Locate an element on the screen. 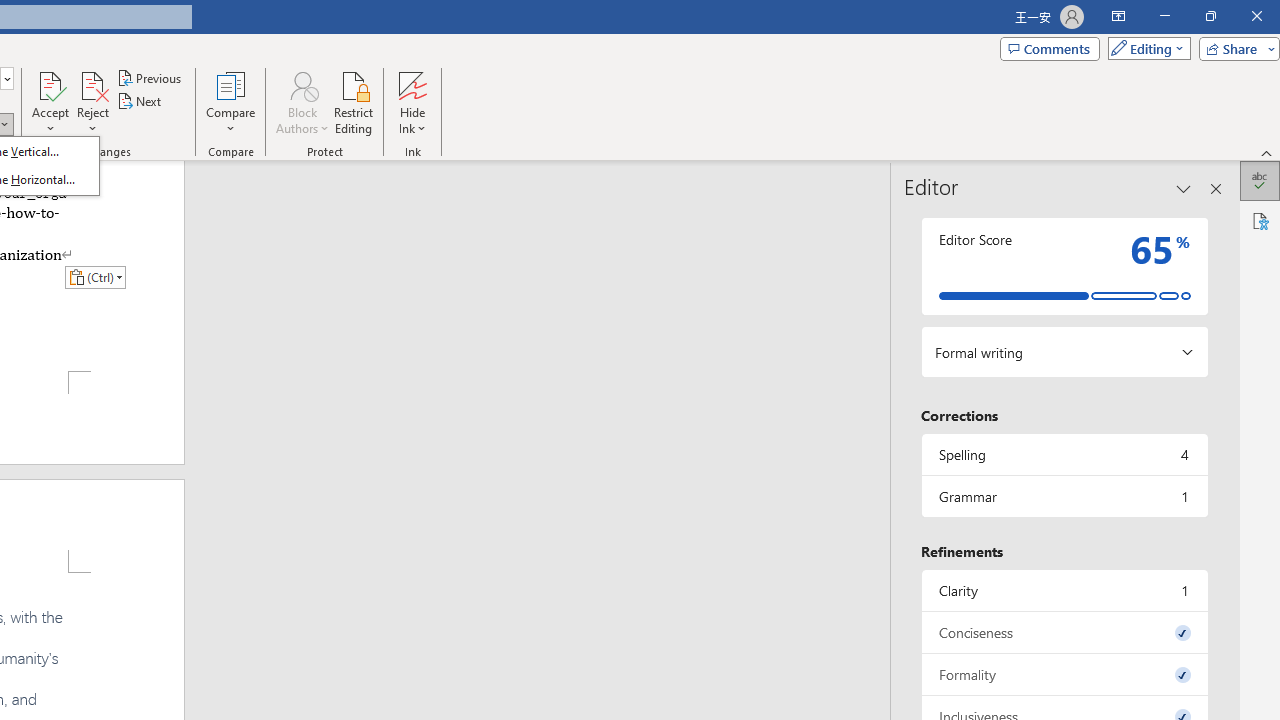 The height and width of the screenshot is (720, 1280). 'Compare' is located at coordinates (231, 103).